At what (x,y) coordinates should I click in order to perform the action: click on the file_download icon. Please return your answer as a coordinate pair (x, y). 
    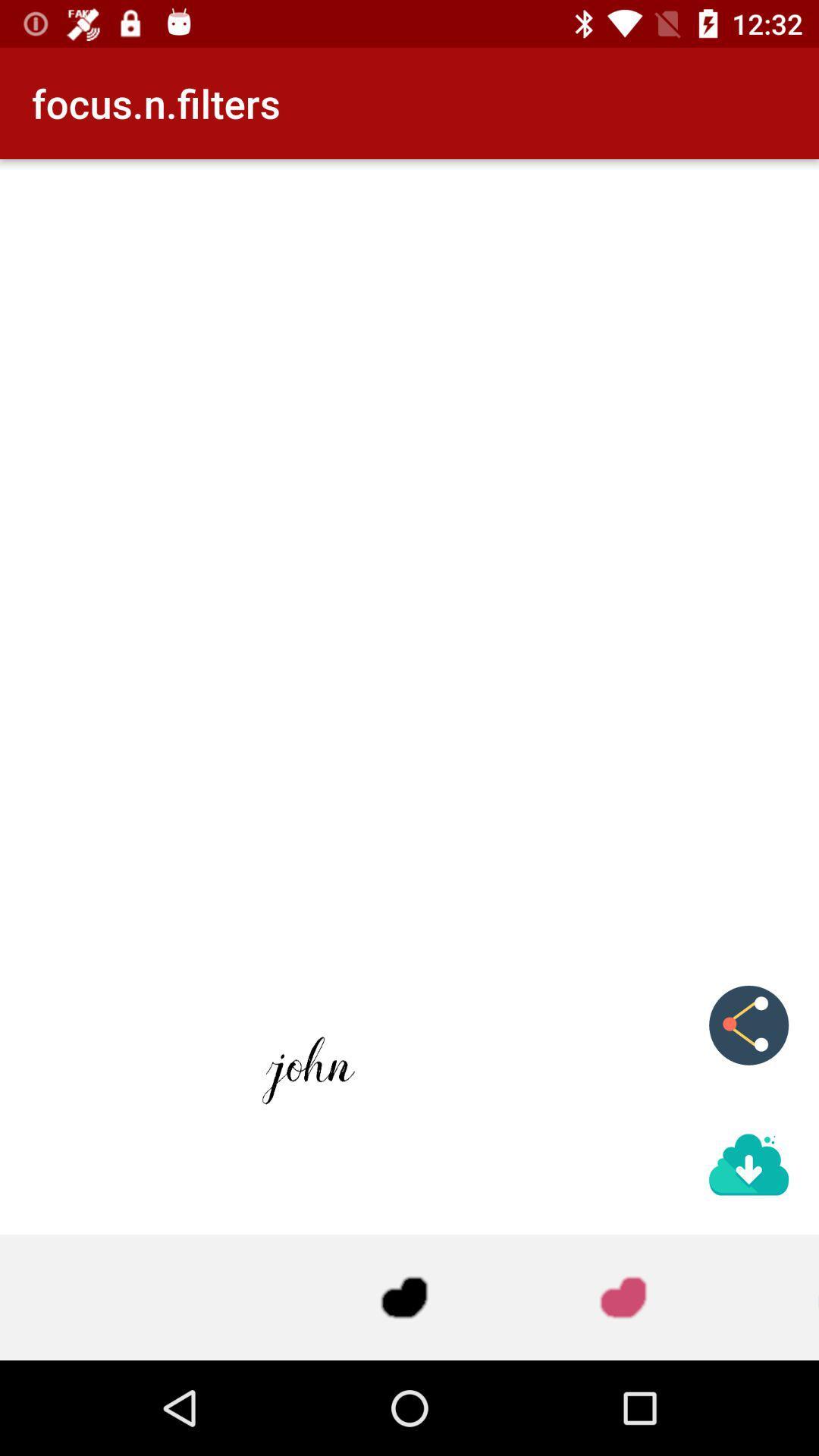
    Looking at the image, I should click on (748, 1164).